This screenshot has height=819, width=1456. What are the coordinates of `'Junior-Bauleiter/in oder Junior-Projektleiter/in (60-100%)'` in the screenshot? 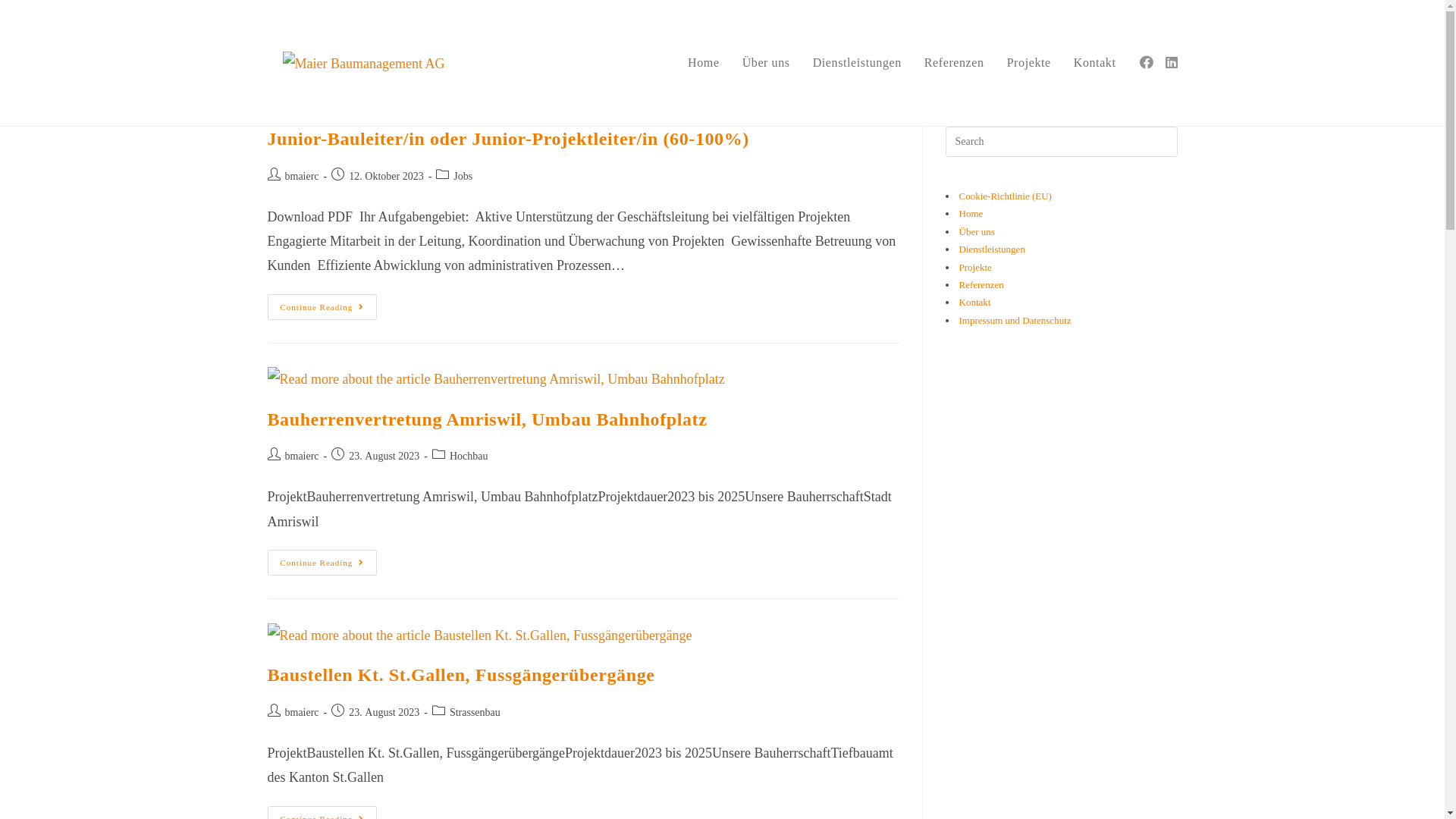 It's located at (507, 138).